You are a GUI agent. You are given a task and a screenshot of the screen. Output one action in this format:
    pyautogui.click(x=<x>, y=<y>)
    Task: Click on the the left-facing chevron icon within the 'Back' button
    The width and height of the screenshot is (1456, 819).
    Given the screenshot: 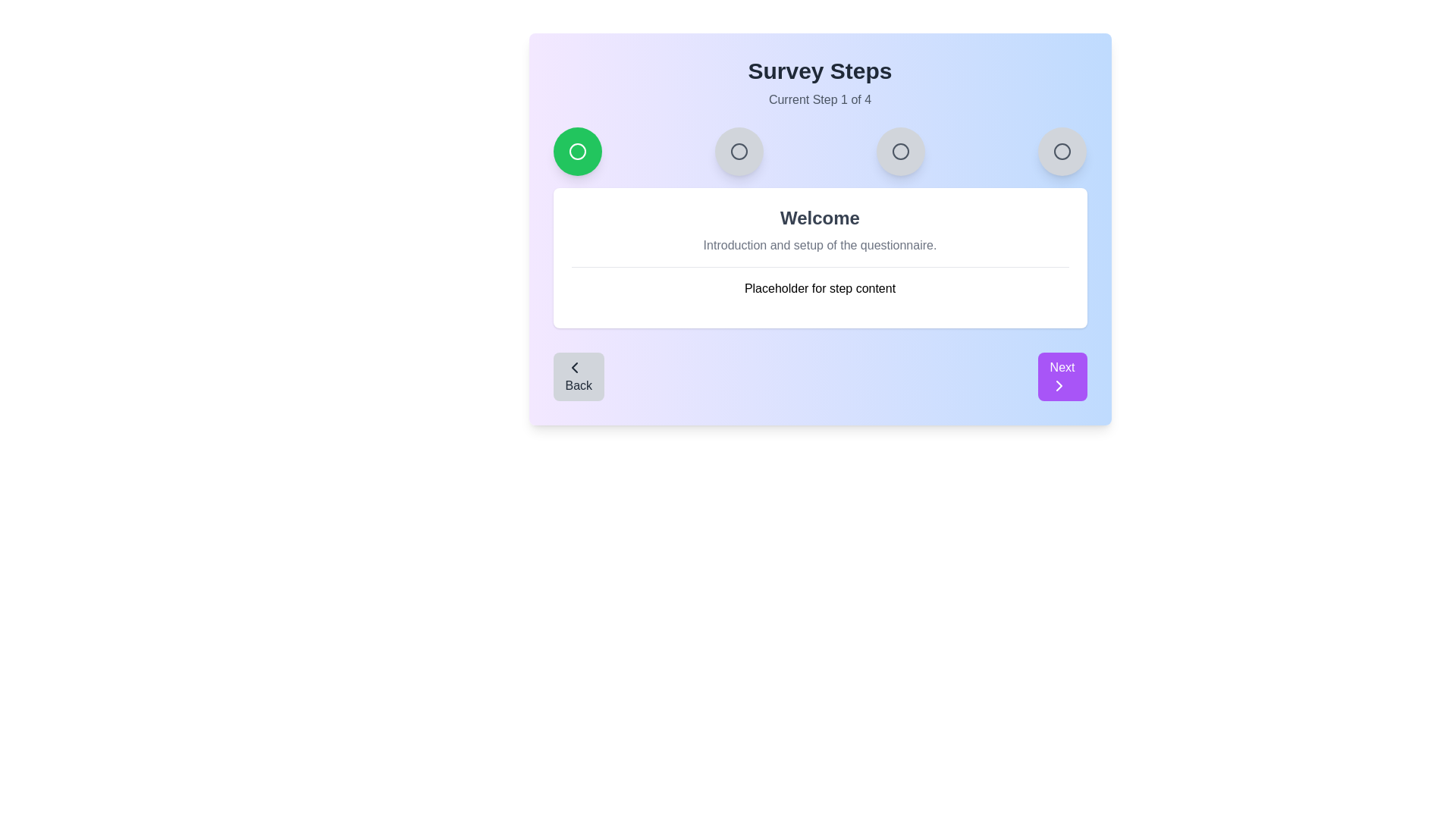 What is the action you would take?
    pyautogui.click(x=573, y=368)
    